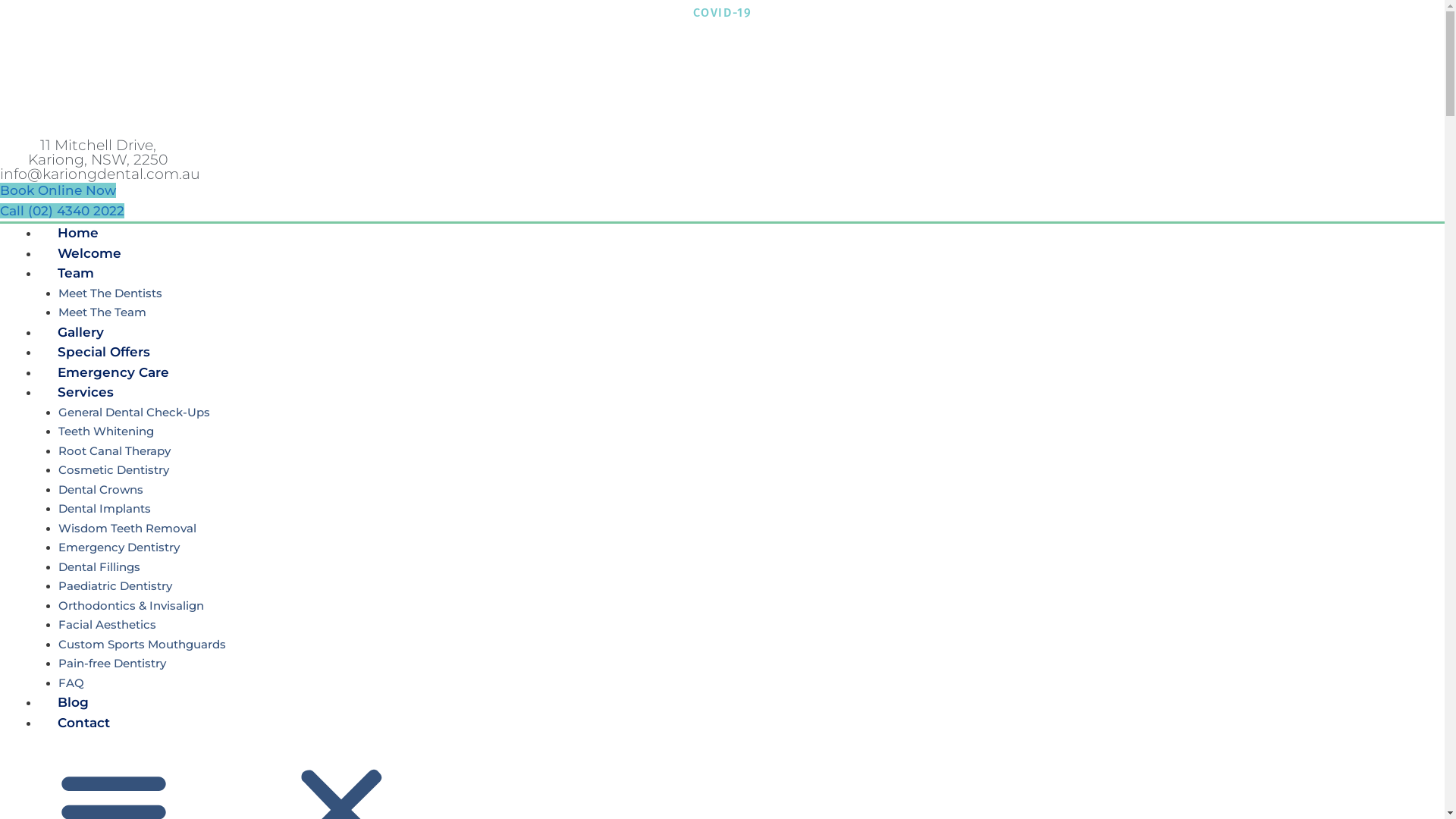  I want to click on 'Gallery', so click(80, 331).